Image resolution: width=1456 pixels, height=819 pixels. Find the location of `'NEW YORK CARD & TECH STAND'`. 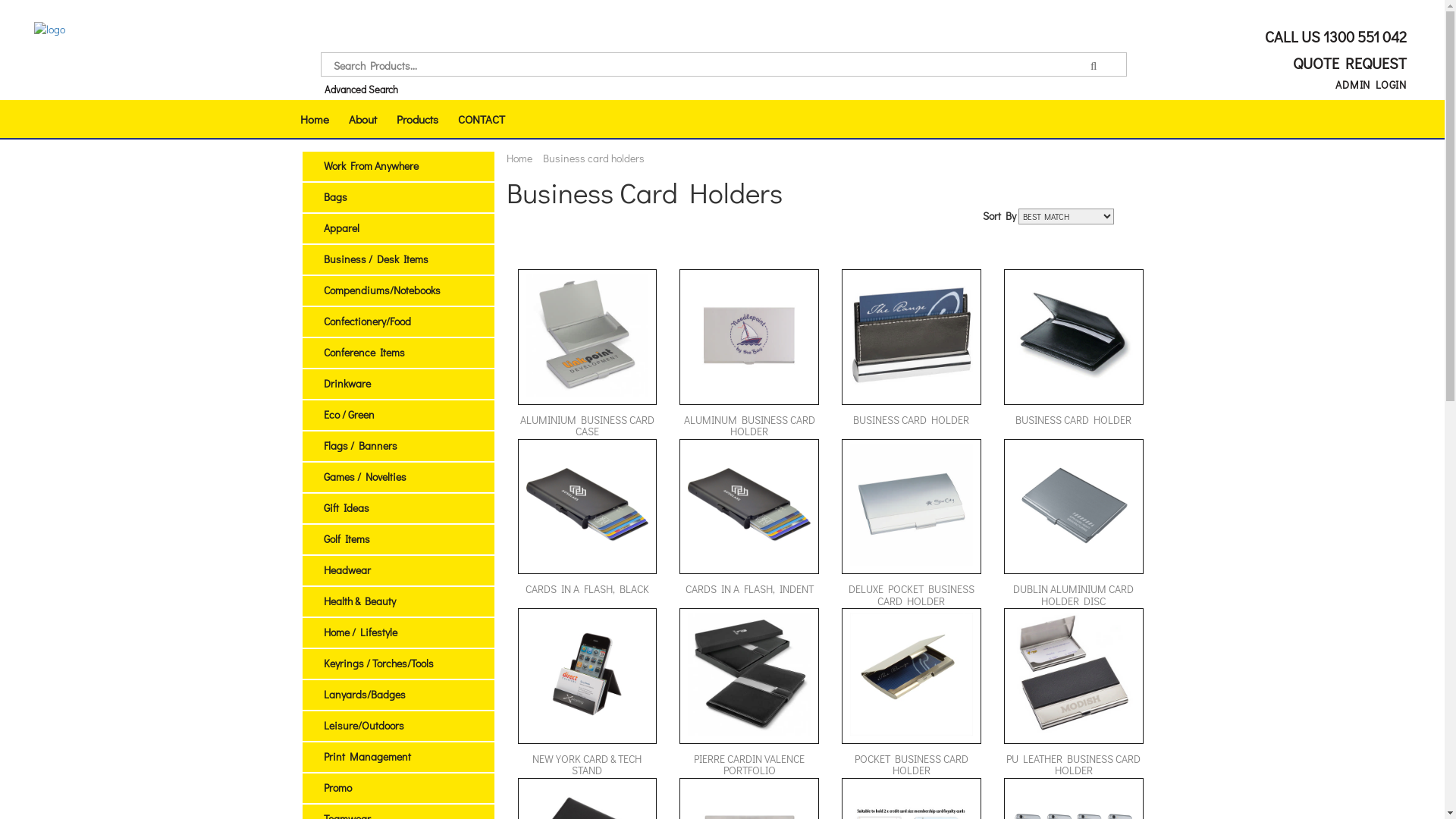

'NEW YORK CARD & TECH STAND' is located at coordinates (585, 693).